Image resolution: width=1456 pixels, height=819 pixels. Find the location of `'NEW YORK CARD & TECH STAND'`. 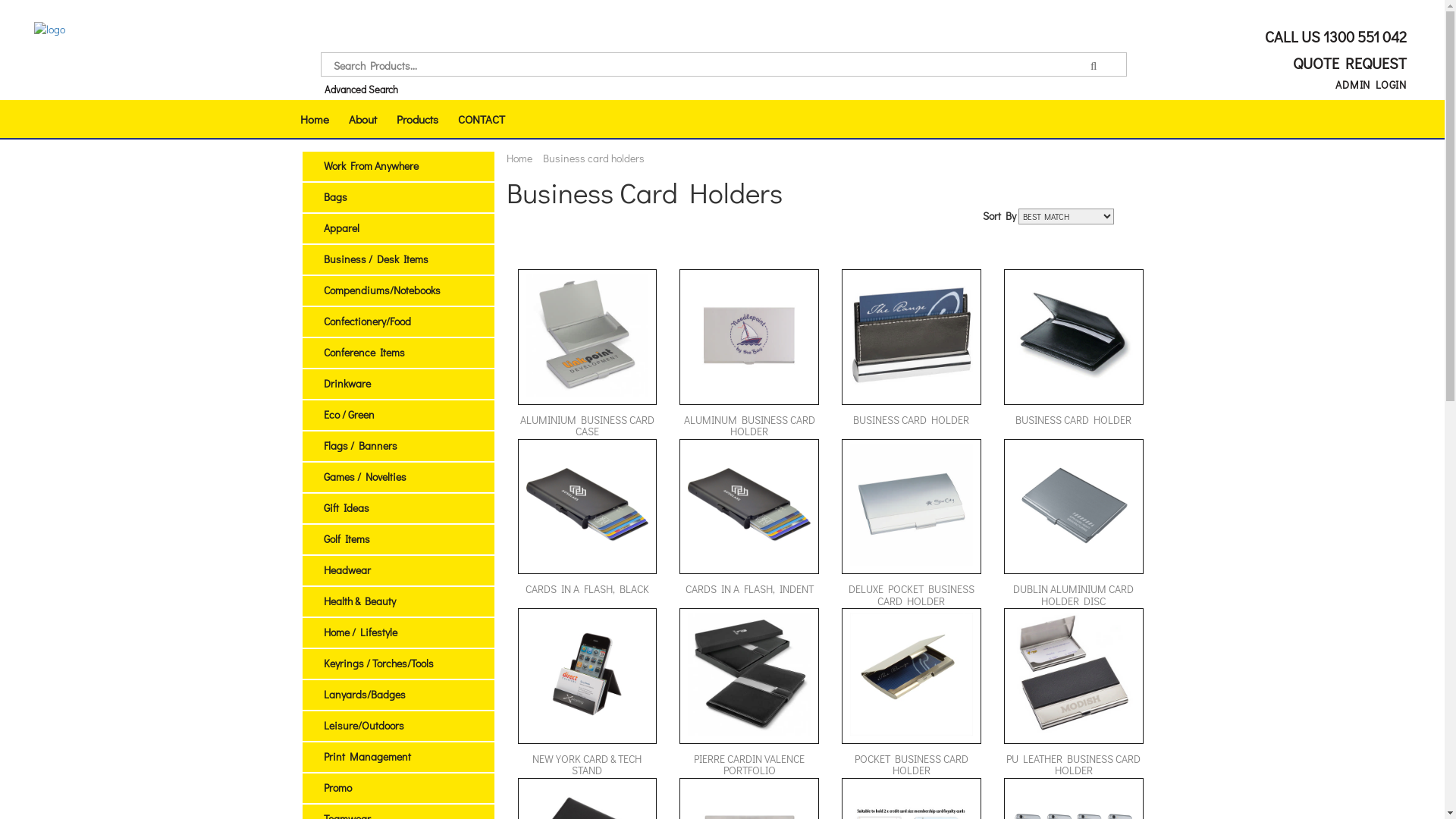

'NEW YORK CARD & TECH STAND' is located at coordinates (585, 693).